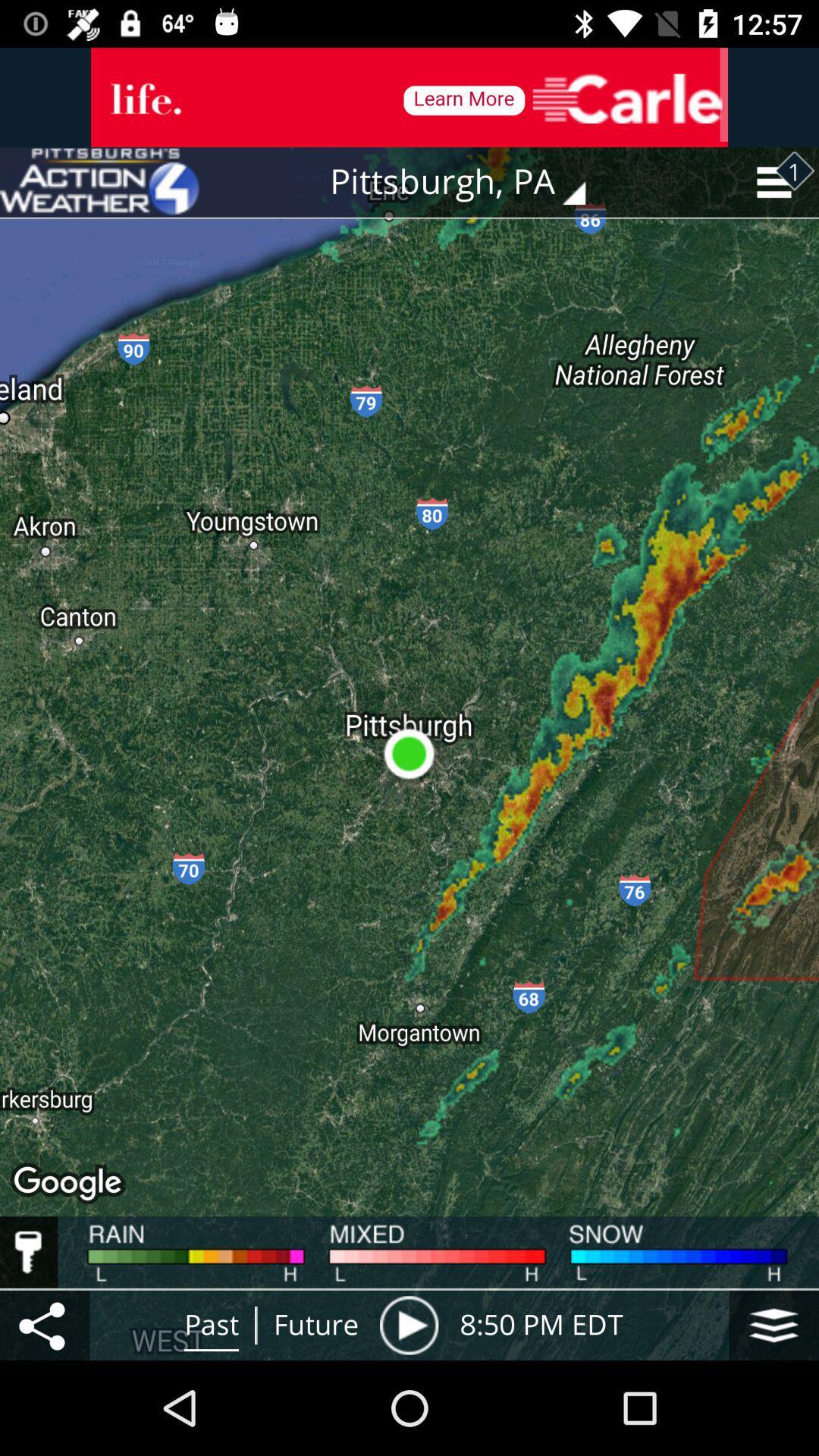 The width and height of the screenshot is (819, 1456). Describe the element at coordinates (44, 1324) in the screenshot. I see `the share icon` at that location.